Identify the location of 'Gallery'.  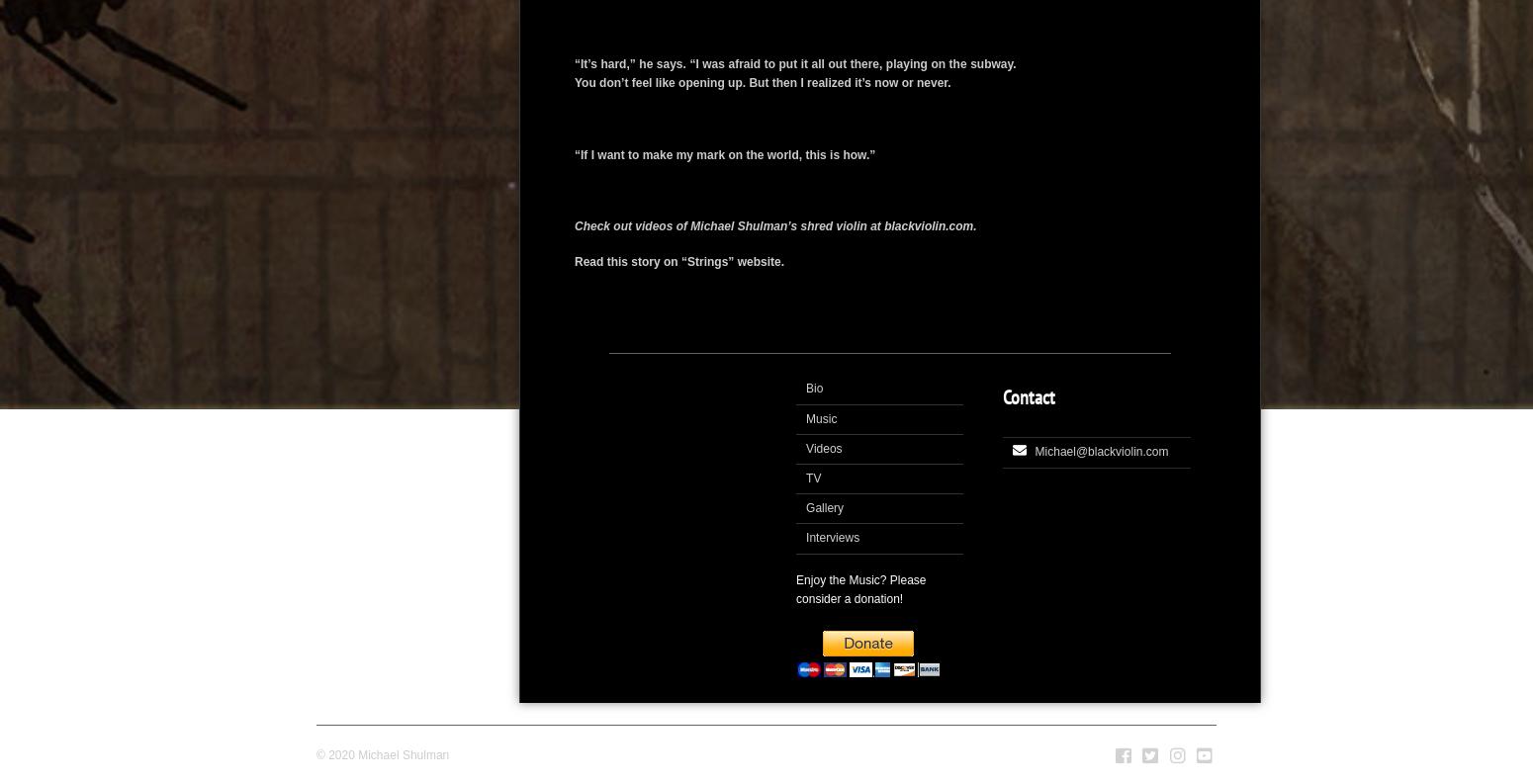
(824, 508).